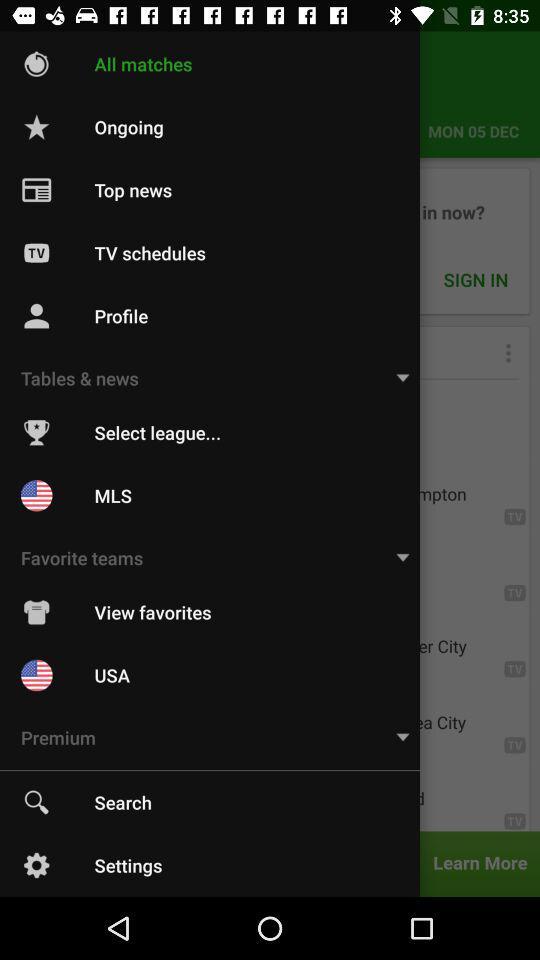  I want to click on tv icon, so click(36, 251).